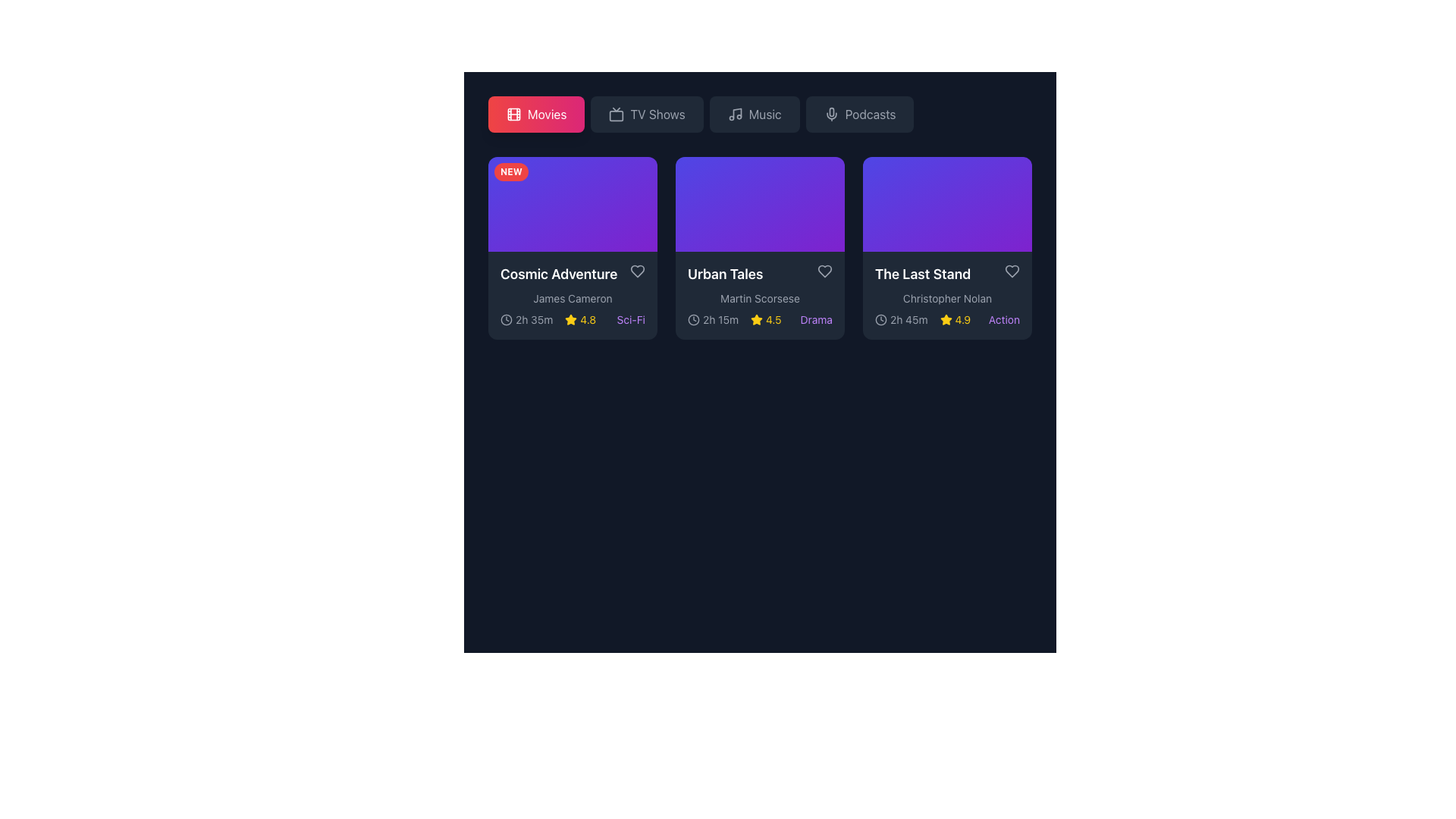 The width and height of the screenshot is (1456, 819). I want to click on the 'Podcasts' text label within the dark rectangular button in the header section, so click(870, 113).